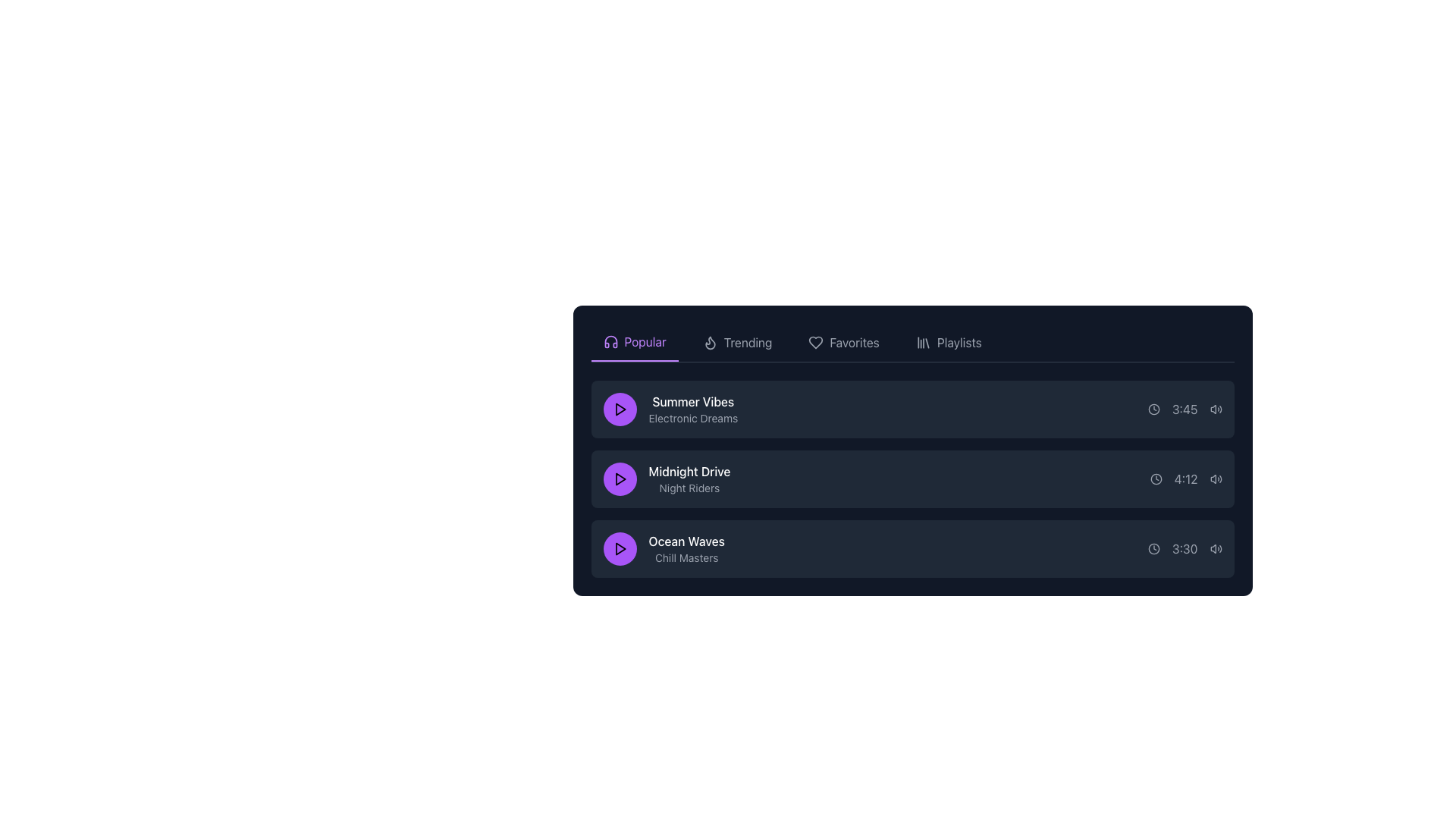  What do you see at coordinates (635, 342) in the screenshot?
I see `the 'Popular' tab, which is the leftmost option in the horizontal navigation menu, displaying the text in purple with a headphones icon, indicating it is the selected state` at bounding box center [635, 342].